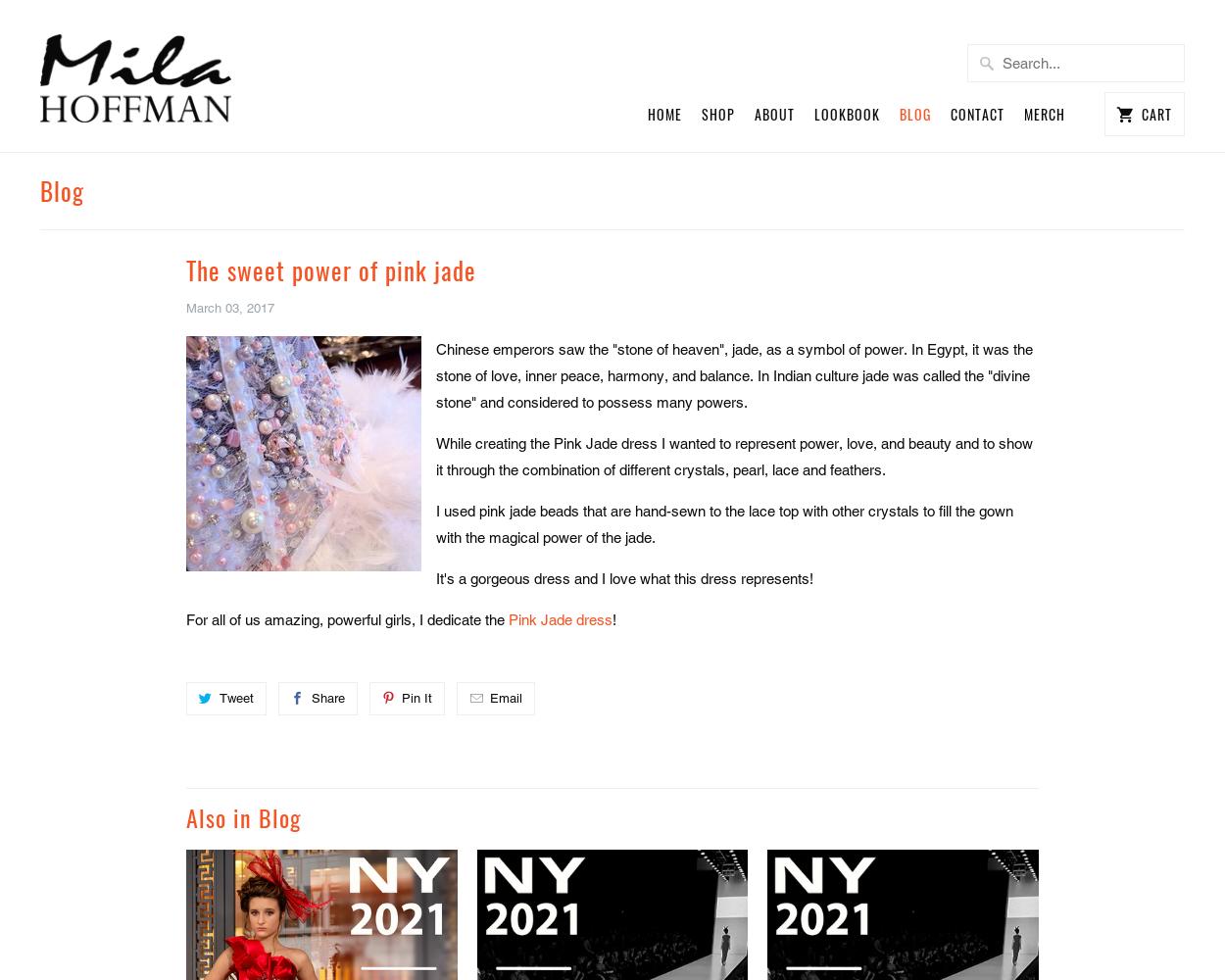 The width and height of the screenshot is (1225, 980). Describe the element at coordinates (846, 113) in the screenshot. I see `'Lookbook'` at that location.